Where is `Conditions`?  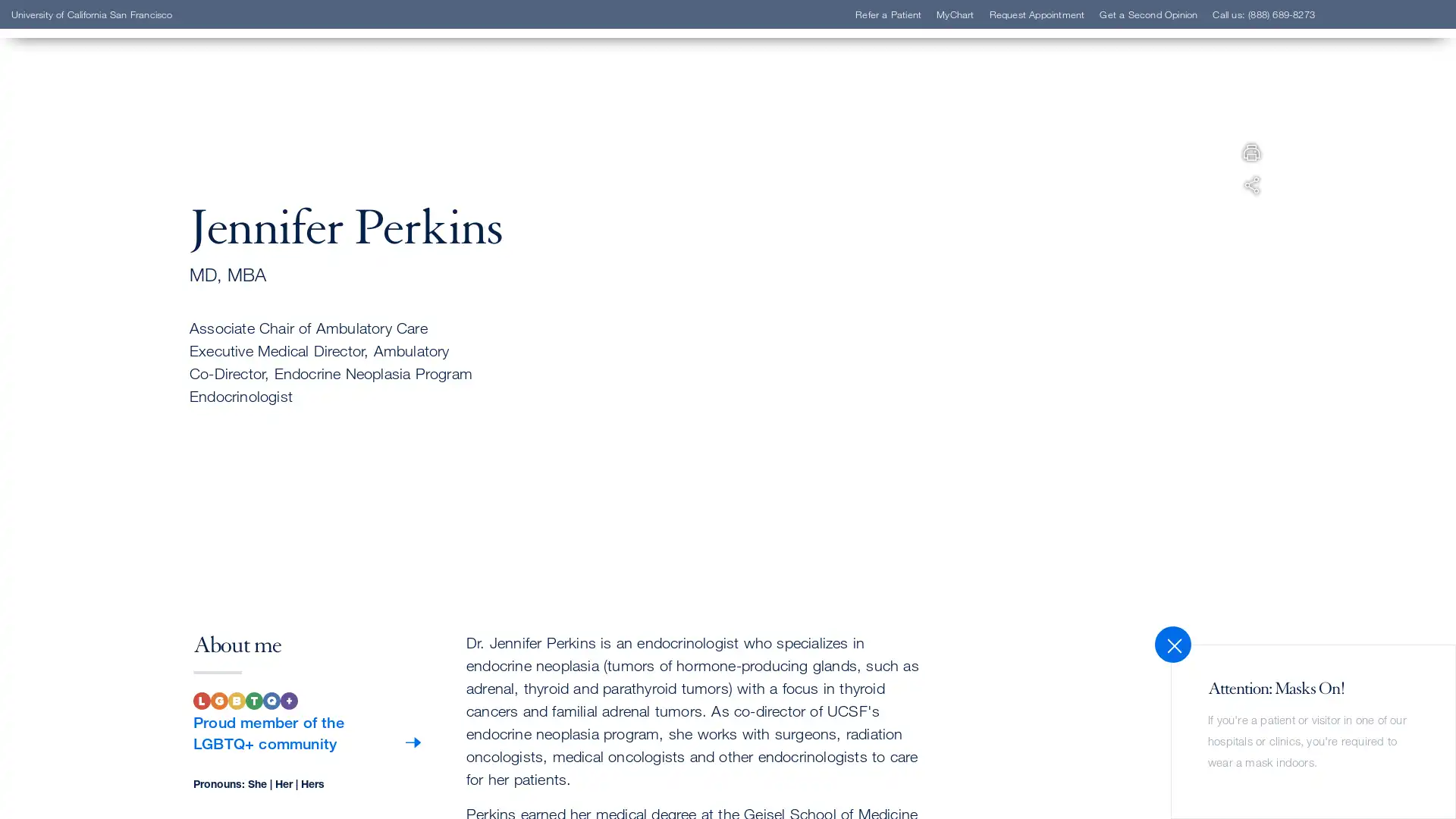
Conditions is located at coordinates (96, 292).